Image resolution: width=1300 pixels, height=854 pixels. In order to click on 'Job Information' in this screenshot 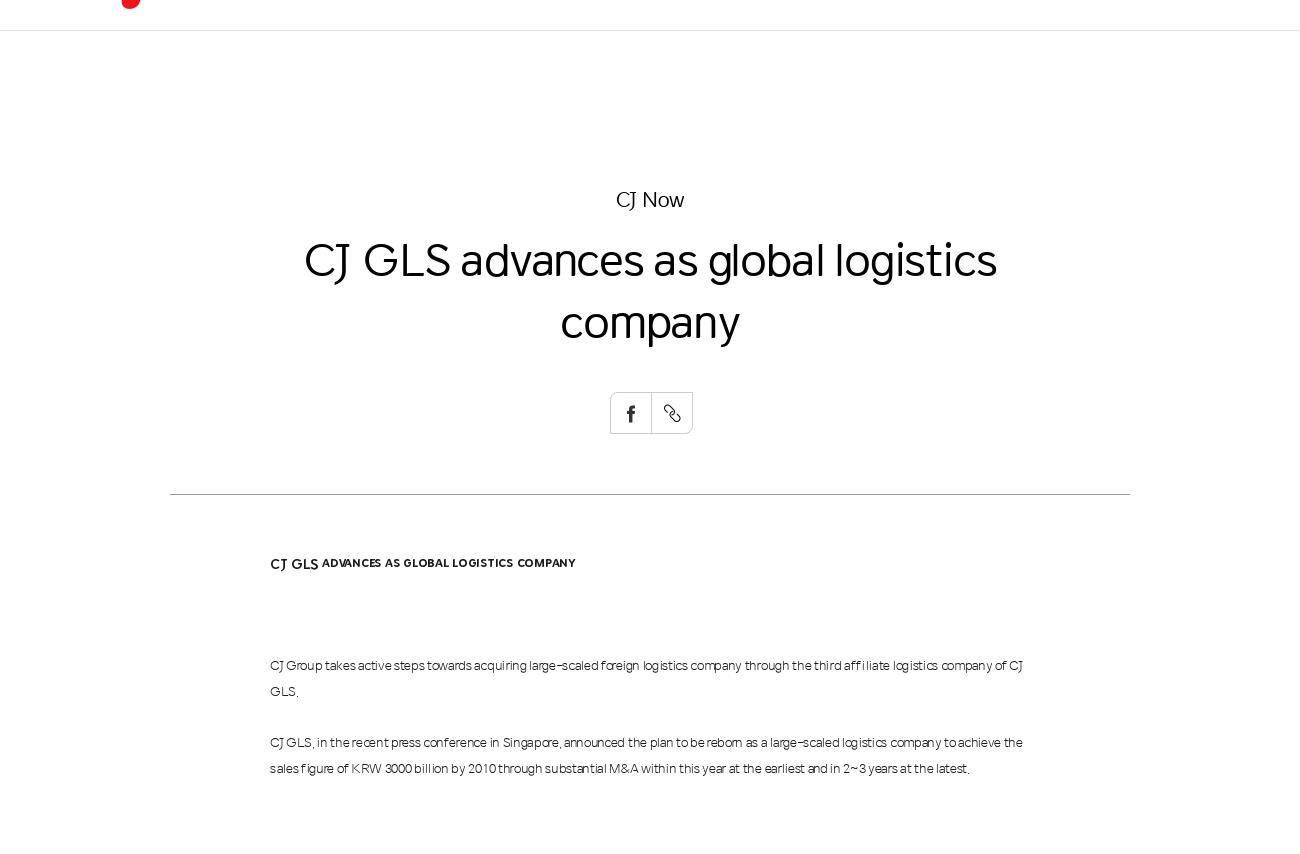, I will do `click(1019, 157)`.